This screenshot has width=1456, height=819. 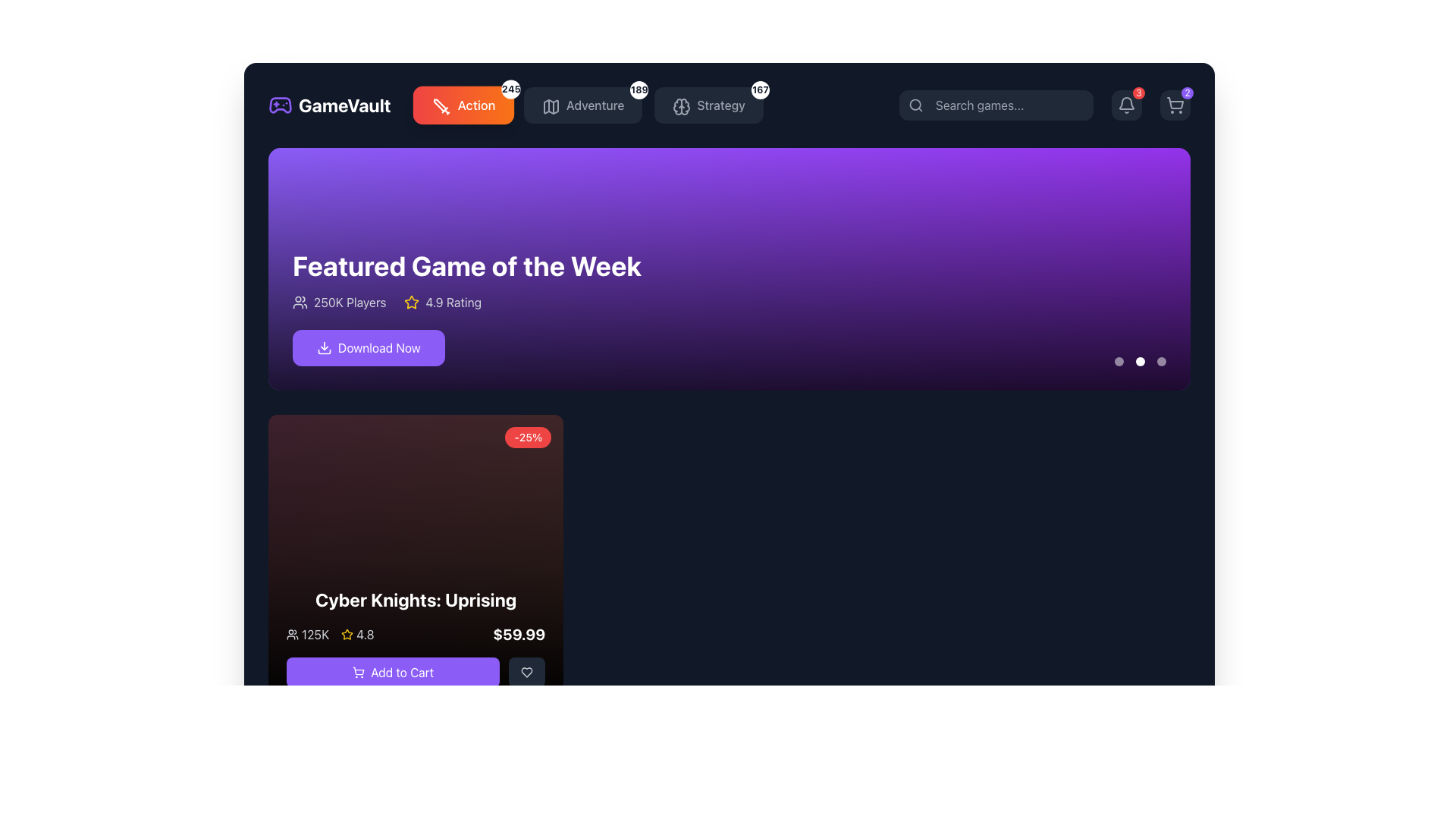 What do you see at coordinates (527, 672) in the screenshot?
I see `the heart-shaped icon located` at bounding box center [527, 672].